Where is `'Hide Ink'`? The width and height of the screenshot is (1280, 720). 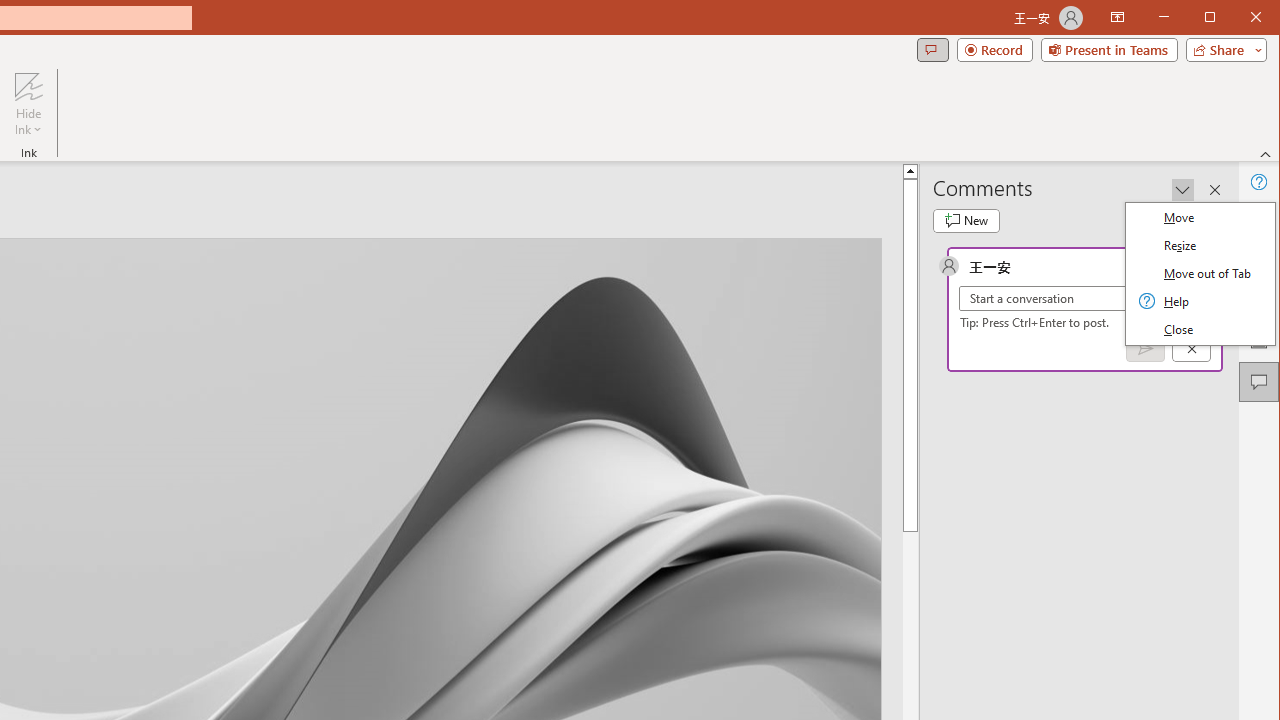
'Hide Ink' is located at coordinates (28, 104).